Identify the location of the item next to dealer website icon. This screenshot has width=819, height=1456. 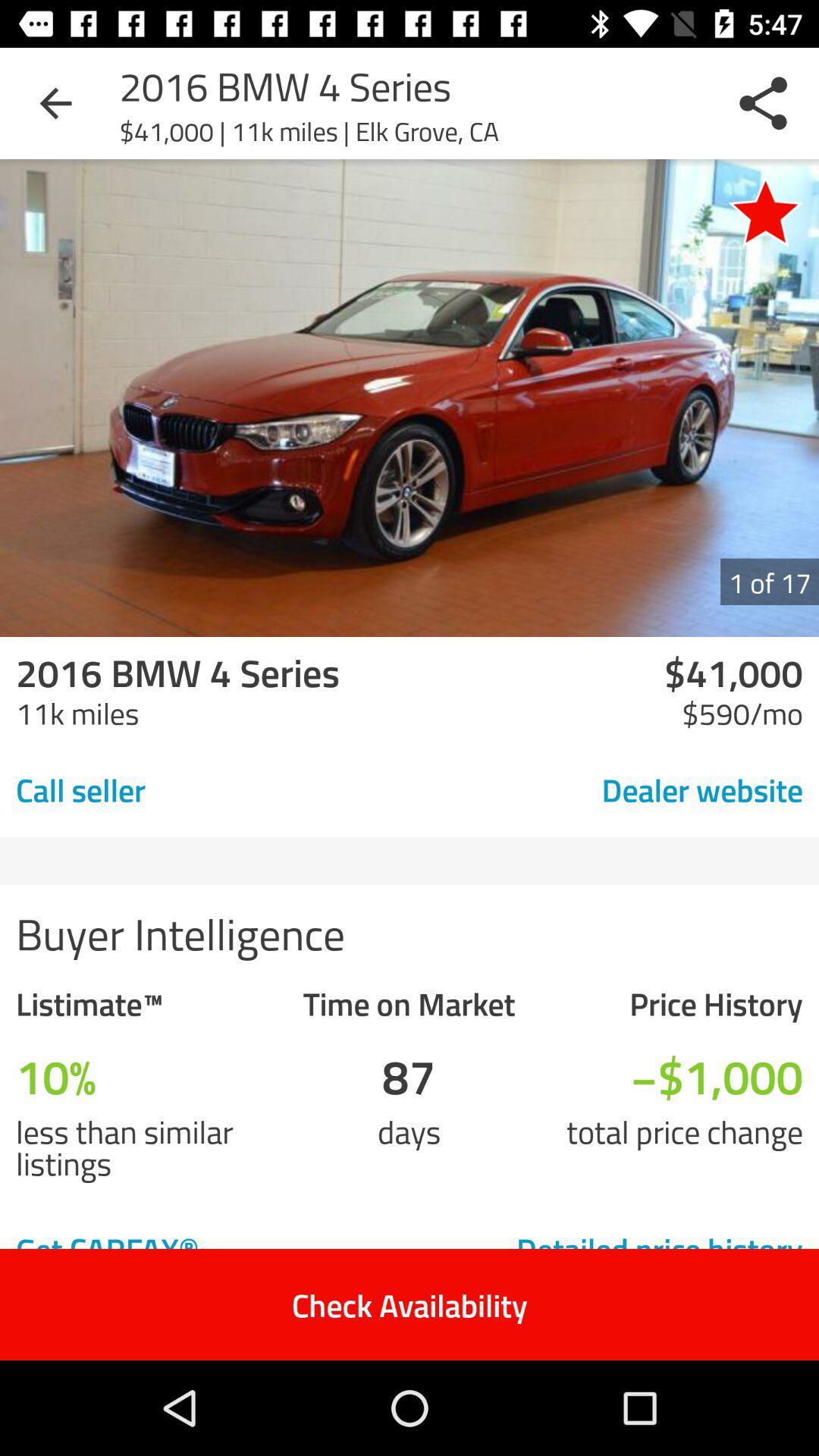
(186, 789).